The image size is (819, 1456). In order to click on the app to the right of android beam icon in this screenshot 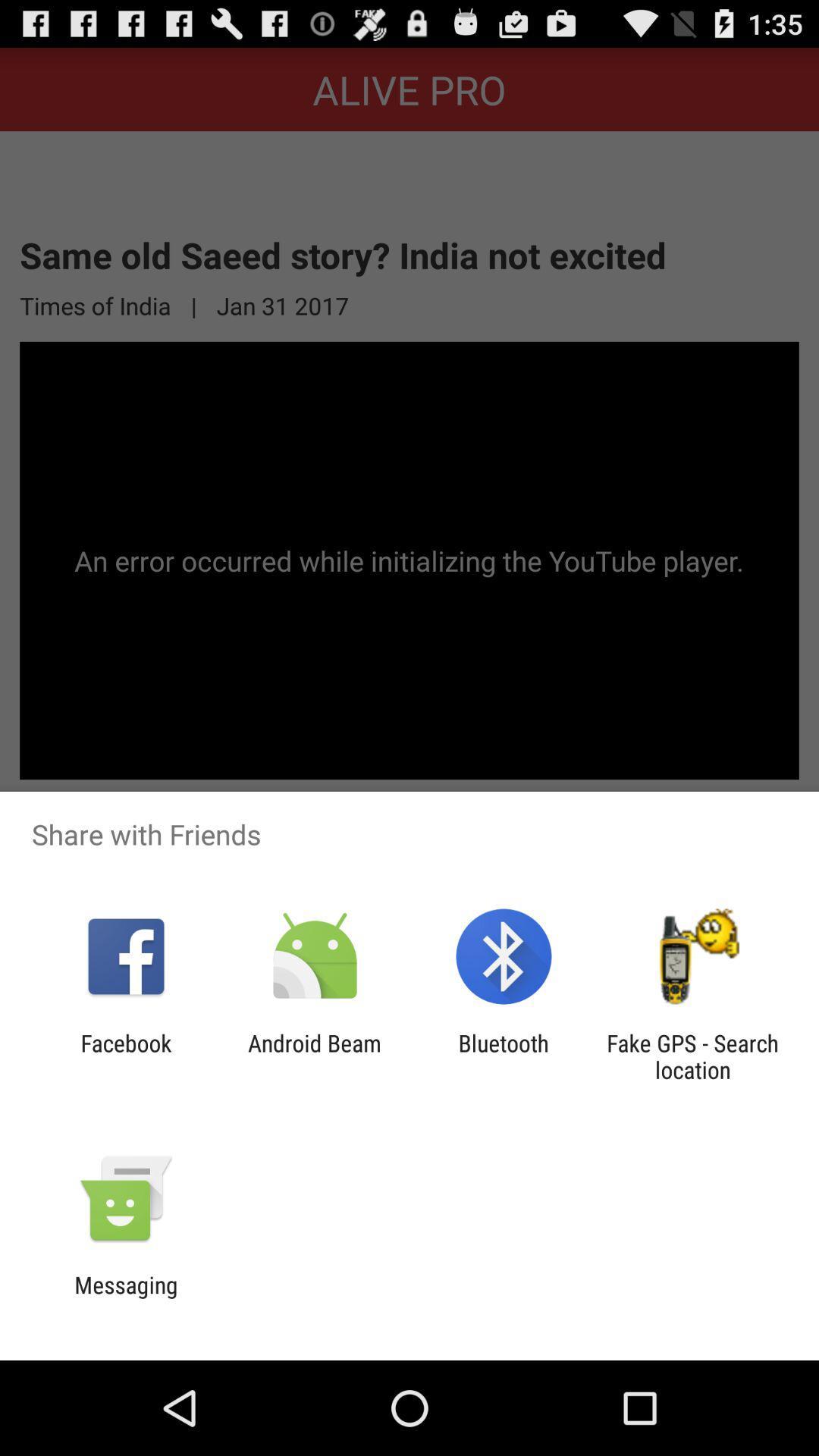, I will do `click(504, 1056)`.